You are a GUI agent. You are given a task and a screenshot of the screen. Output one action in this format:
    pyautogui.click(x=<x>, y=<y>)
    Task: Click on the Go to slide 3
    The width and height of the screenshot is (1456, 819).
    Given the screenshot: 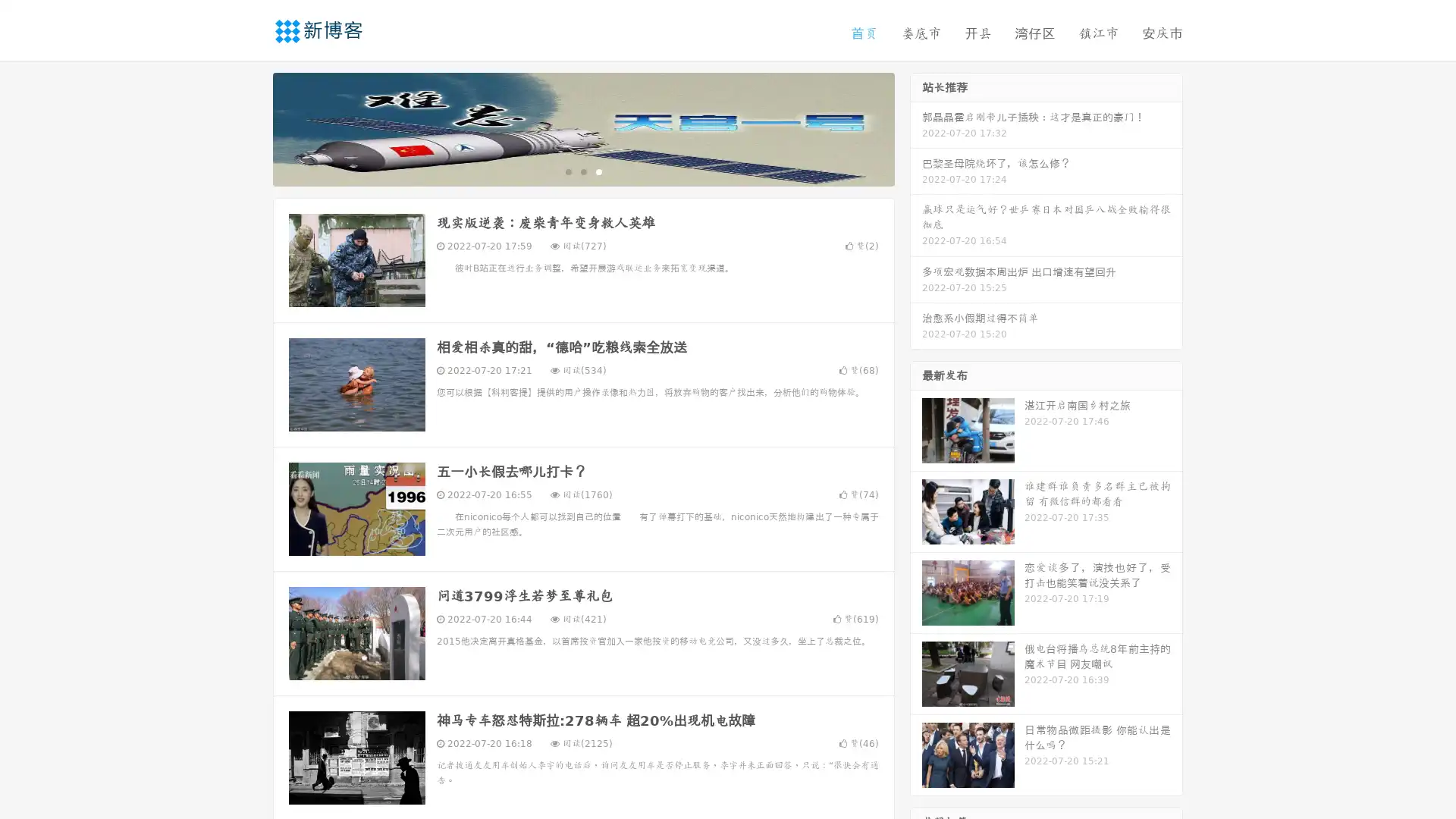 What is the action you would take?
    pyautogui.click(x=598, y=171)
    